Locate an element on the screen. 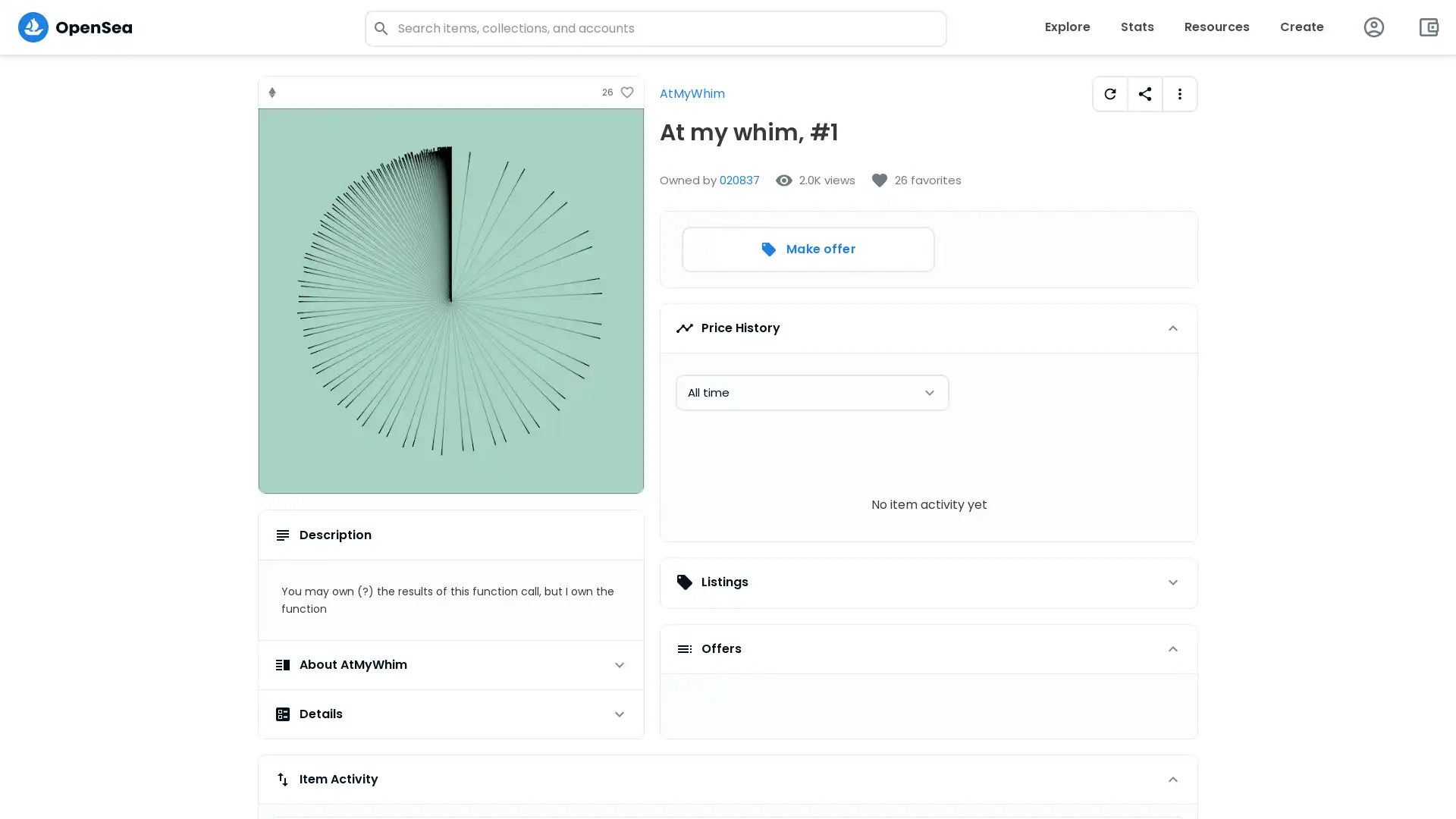 The height and width of the screenshot is (819, 1456). Offers is located at coordinates (927, 648).